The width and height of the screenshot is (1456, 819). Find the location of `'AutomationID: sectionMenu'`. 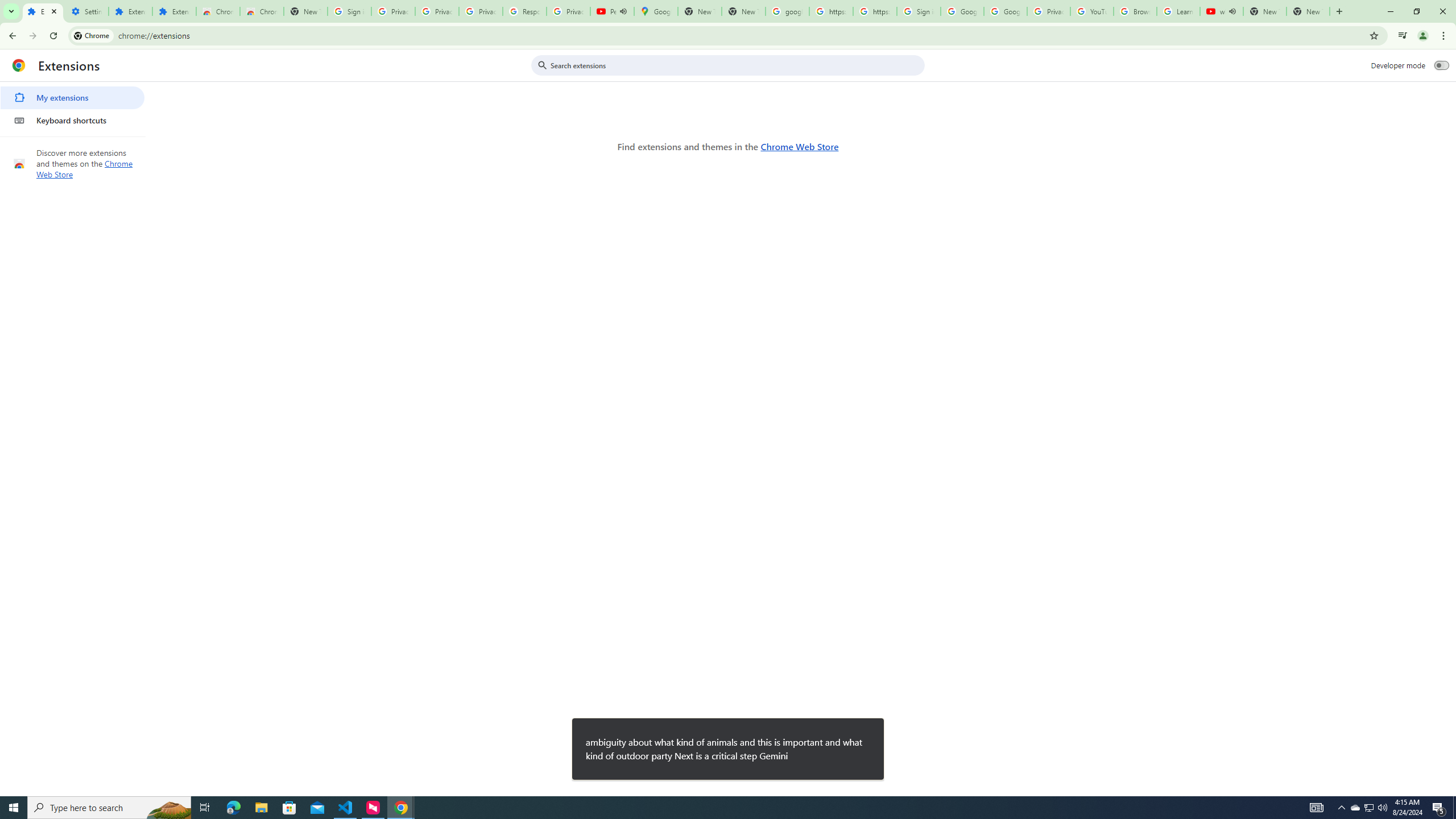

'AutomationID: sectionMenu' is located at coordinates (72, 106).